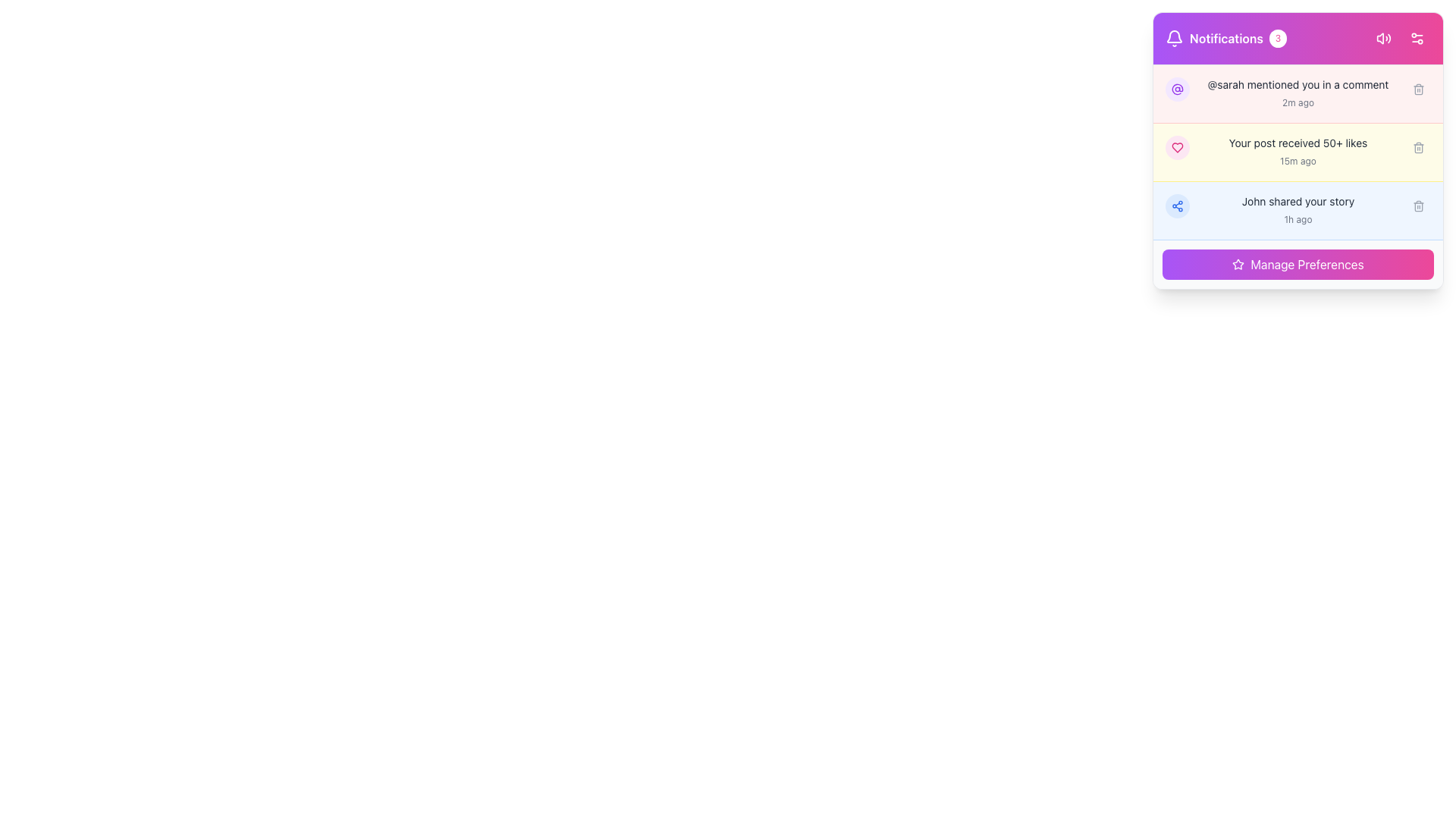 This screenshot has height=819, width=1456. What do you see at coordinates (1177, 148) in the screenshot?
I see `the affection icon located in the notification panel` at bounding box center [1177, 148].